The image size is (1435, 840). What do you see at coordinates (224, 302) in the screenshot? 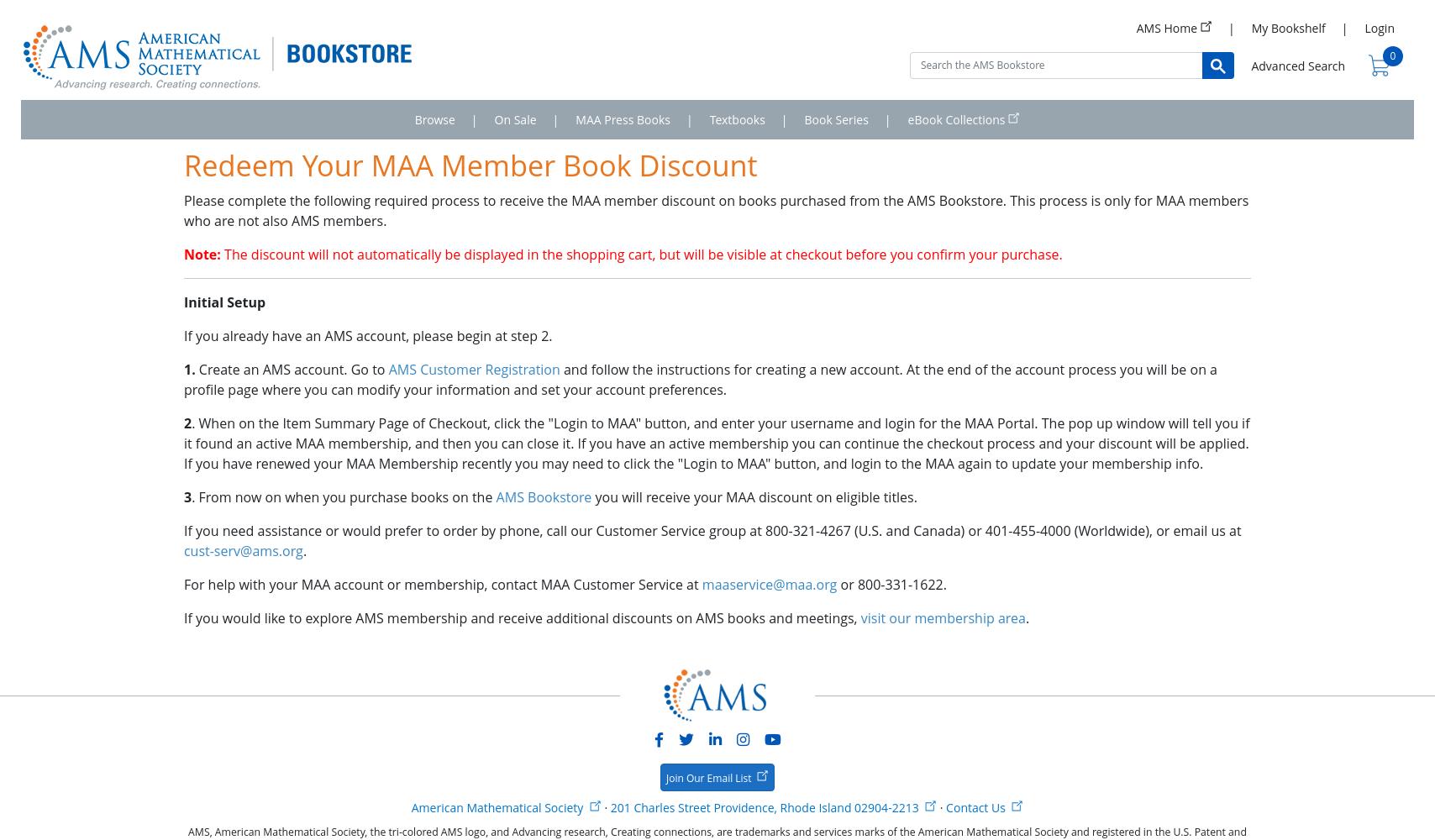
I see `'Initial Setup'` at bounding box center [224, 302].